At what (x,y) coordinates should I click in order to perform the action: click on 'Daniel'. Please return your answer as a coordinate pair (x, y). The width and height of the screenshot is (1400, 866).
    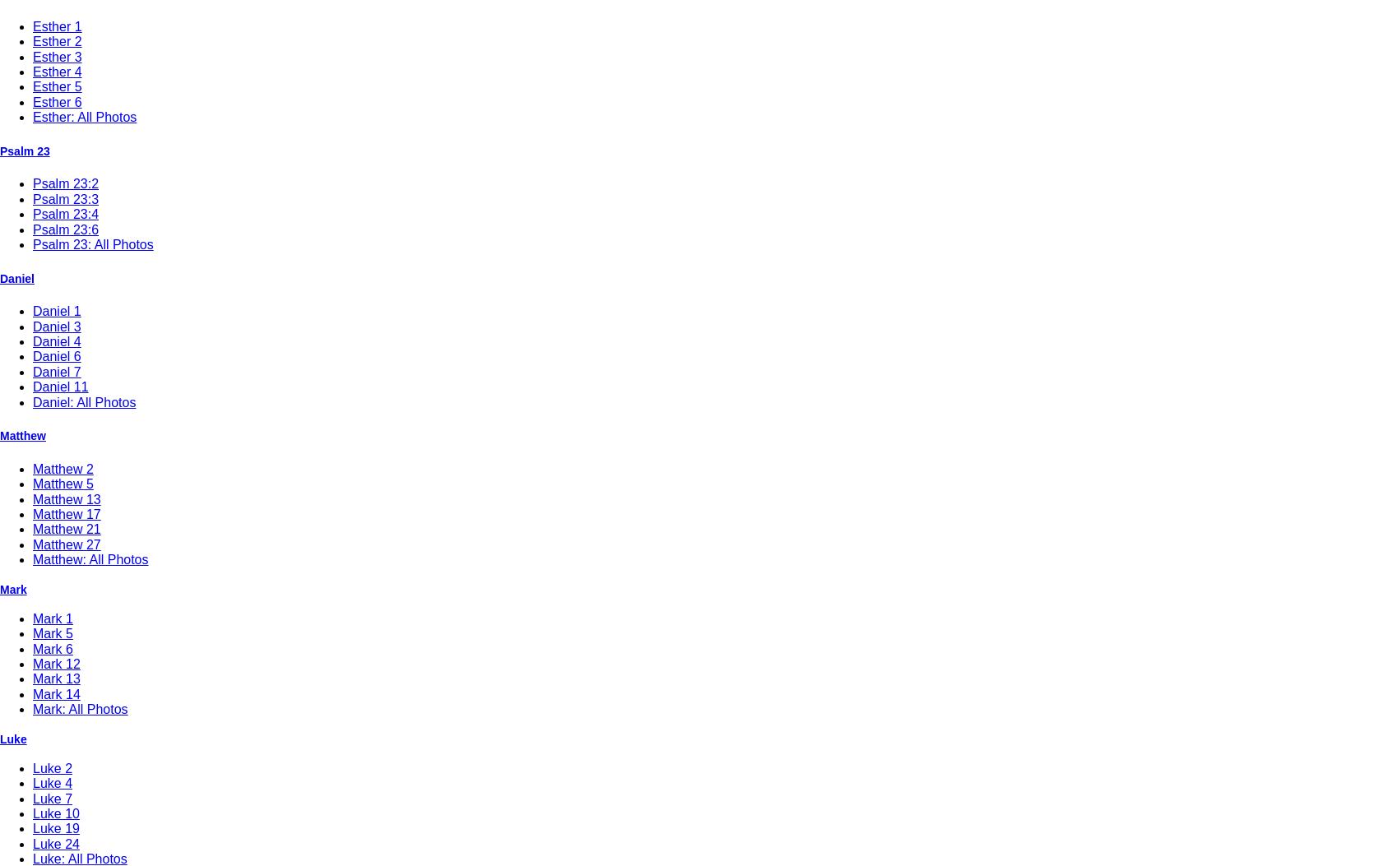
    Looking at the image, I should click on (16, 277).